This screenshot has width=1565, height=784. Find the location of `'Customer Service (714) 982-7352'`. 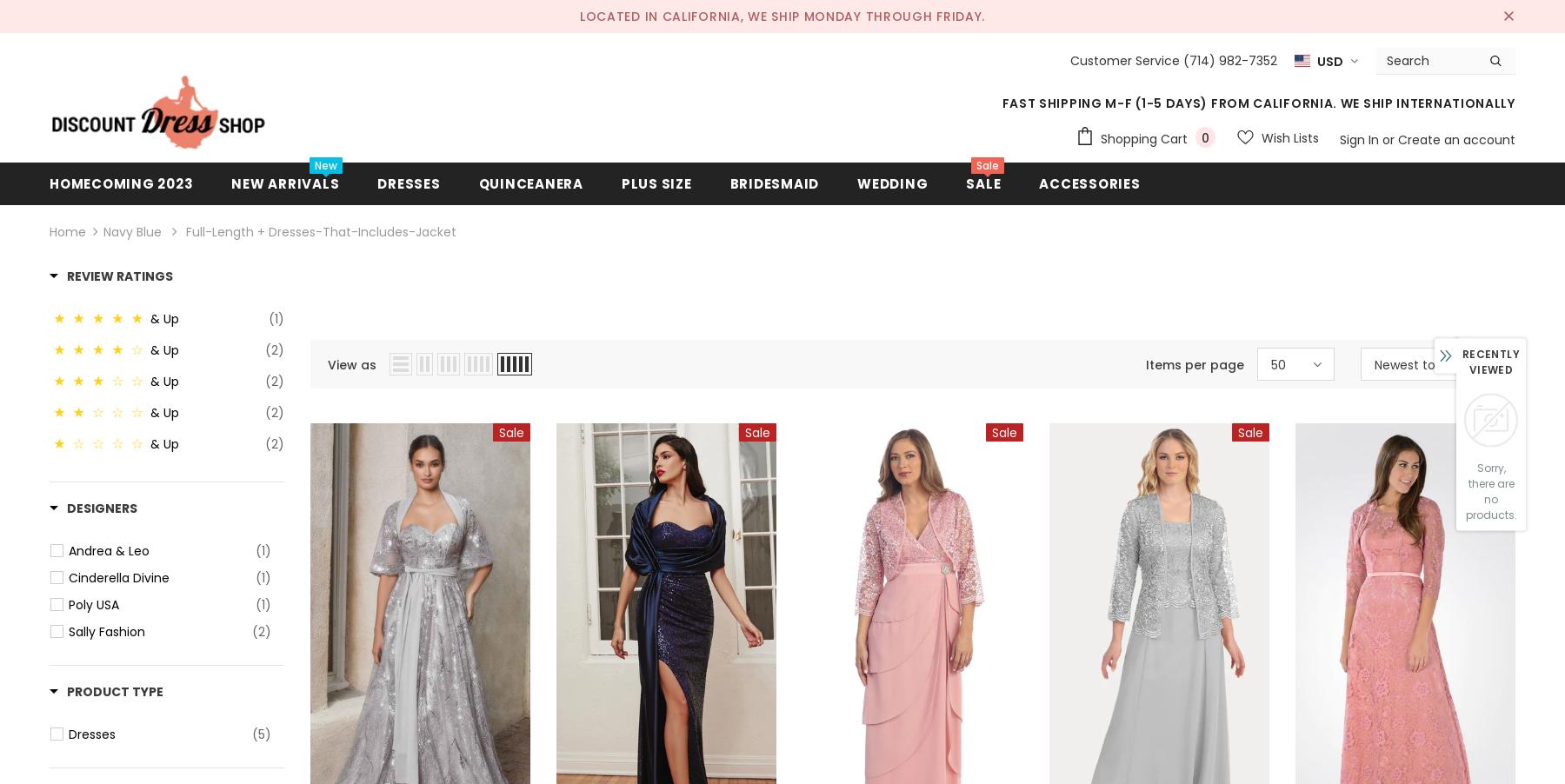

'Customer Service (714) 982-7352' is located at coordinates (1172, 59).